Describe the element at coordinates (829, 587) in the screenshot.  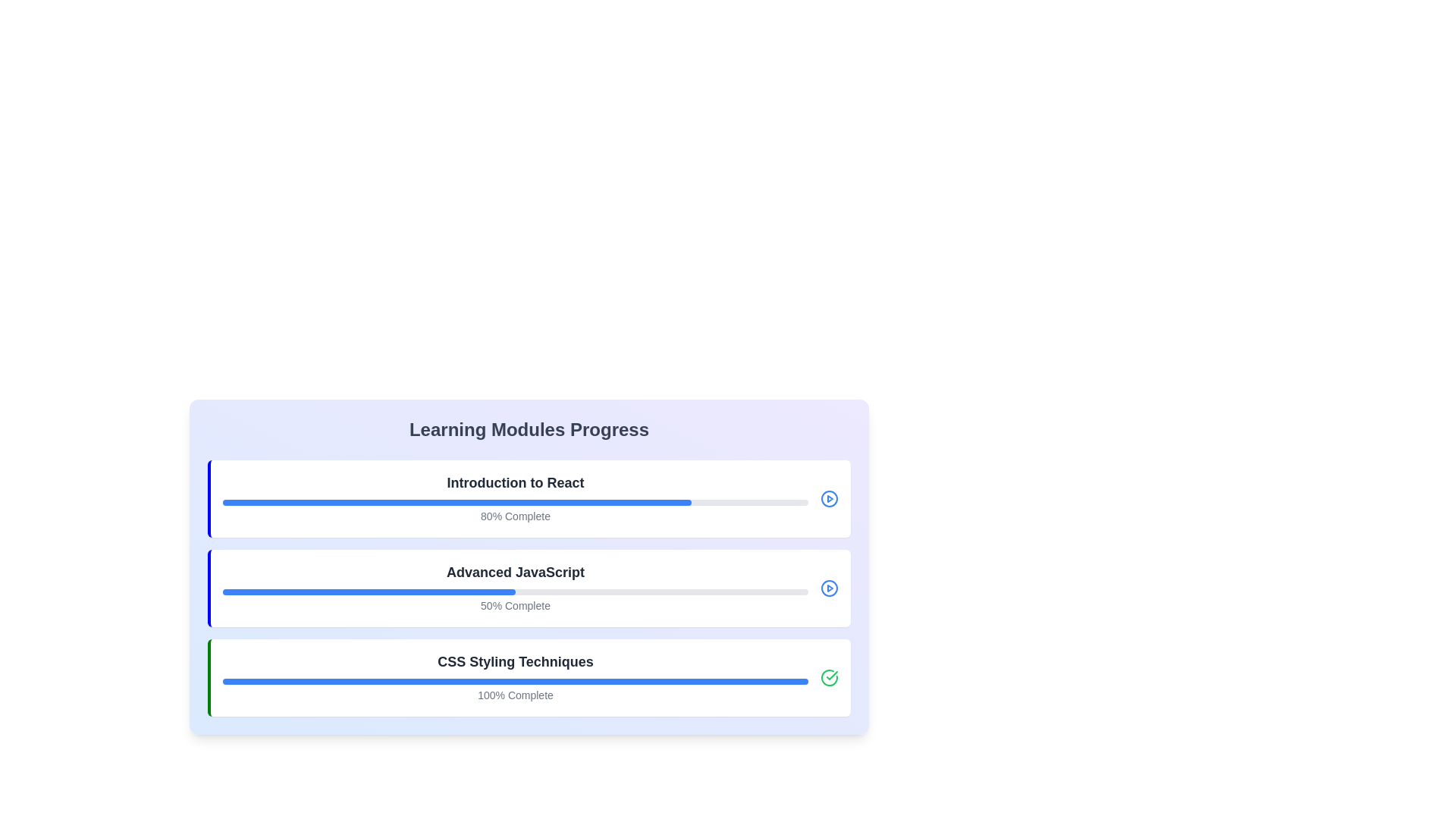
I see `the SVG circle element that defines the play button's graphical shape within the second progress bar of the 'Learning Modules Progress' section for 'Advanced JavaScript'` at that location.